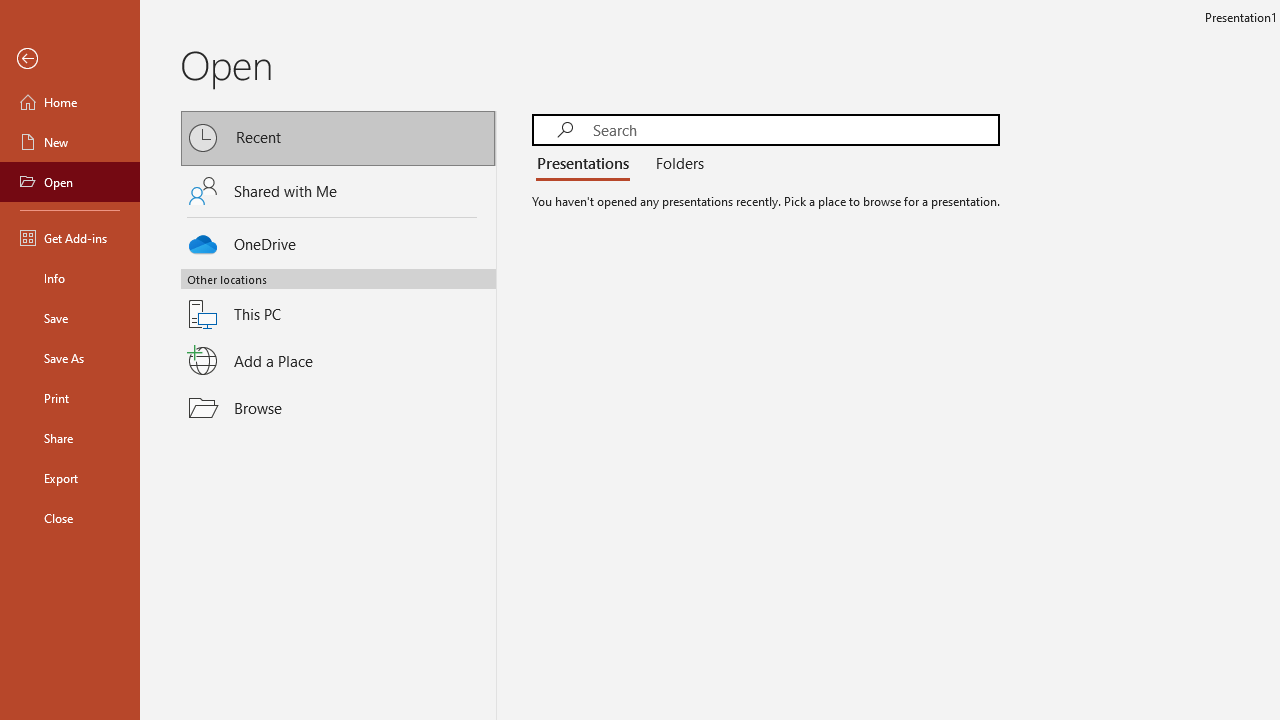 This screenshot has height=720, width=1280. Describe the element at coordinates (676, 163) in the screenshot. I see `'Folders'` at that location.